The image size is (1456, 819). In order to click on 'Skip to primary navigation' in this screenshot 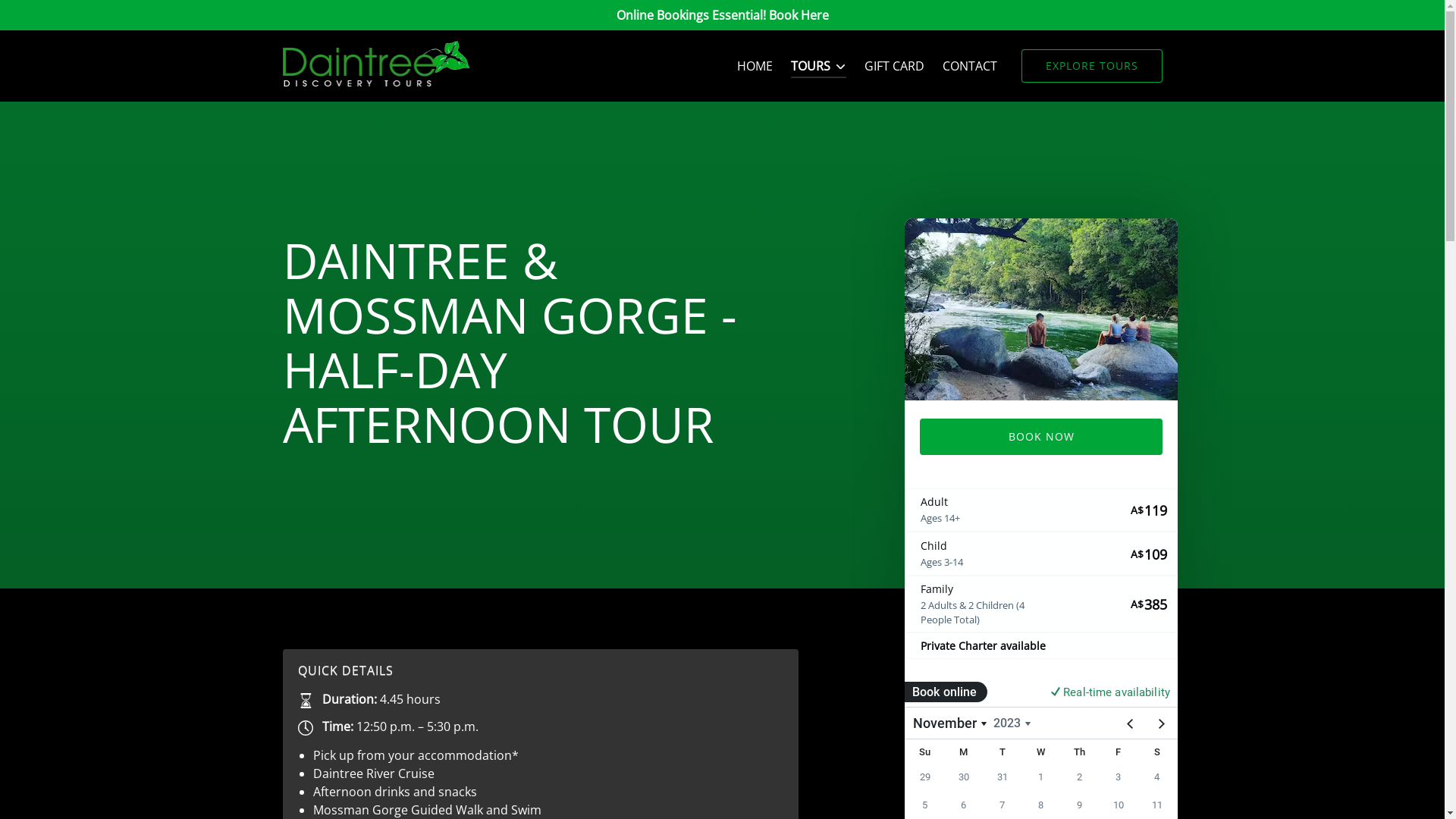, I will do `click(82, 17)`.